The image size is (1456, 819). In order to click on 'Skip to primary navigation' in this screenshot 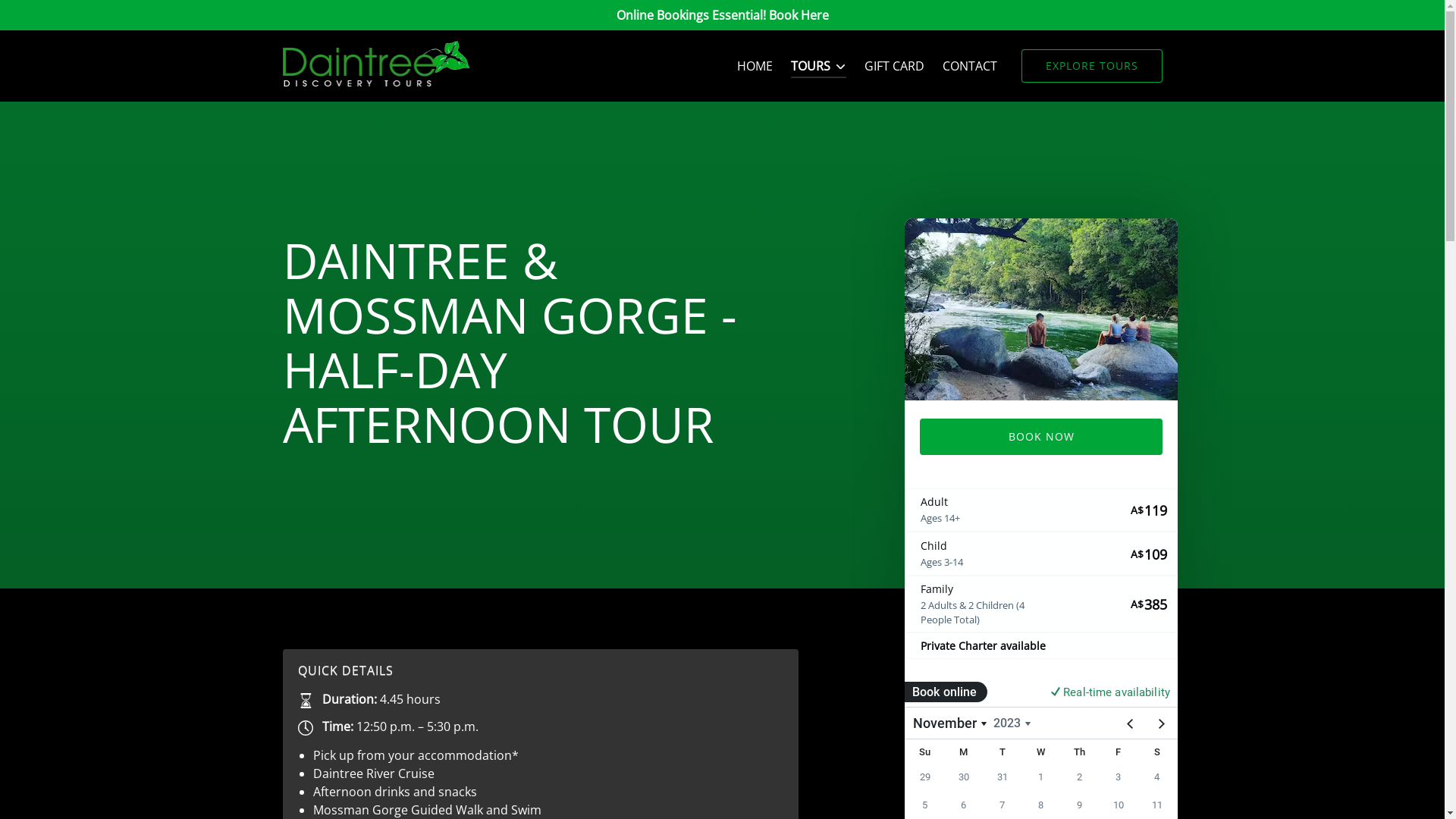, I will do `click(82, 17)`.